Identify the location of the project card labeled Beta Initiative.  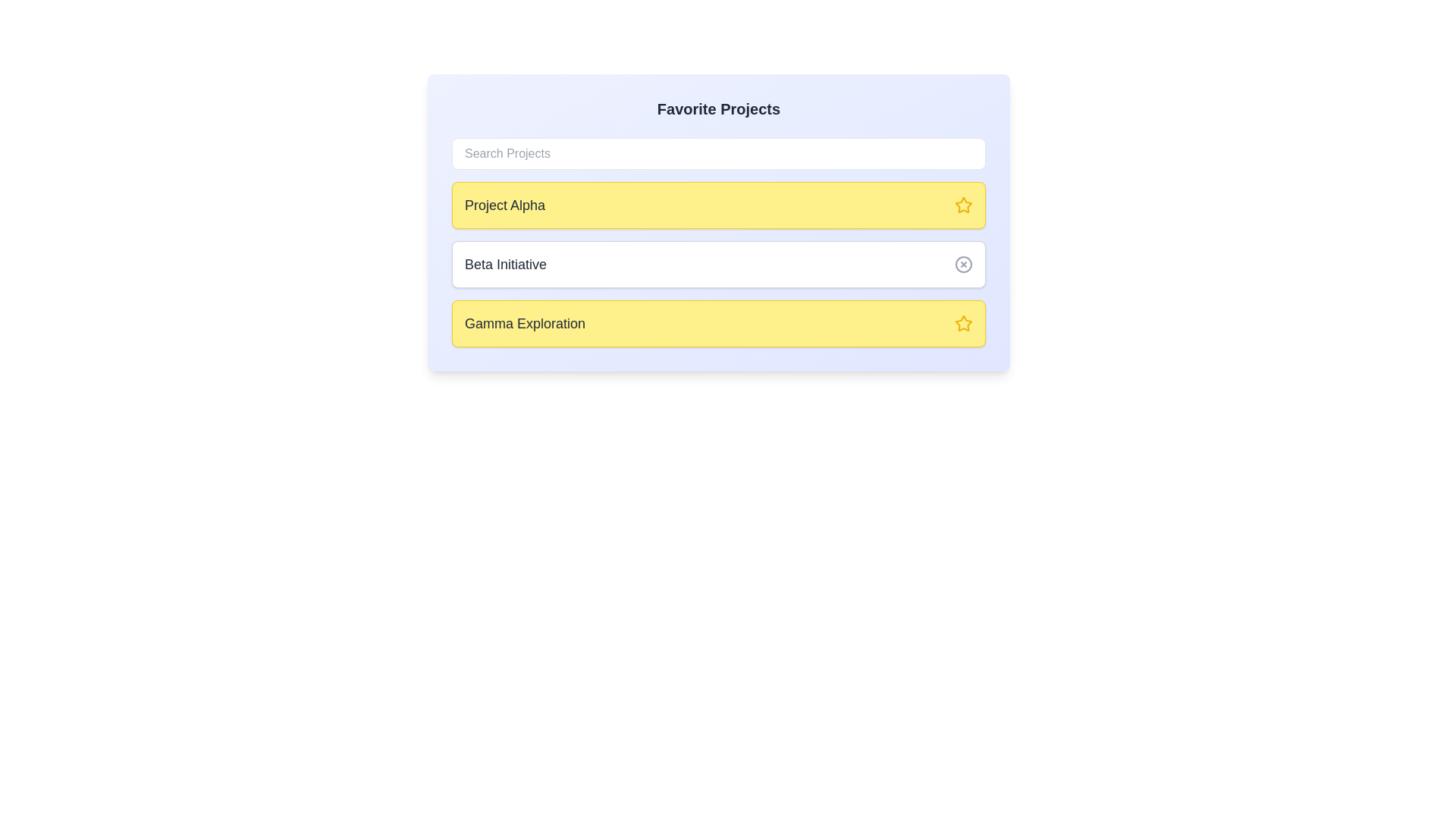
(718, 263).